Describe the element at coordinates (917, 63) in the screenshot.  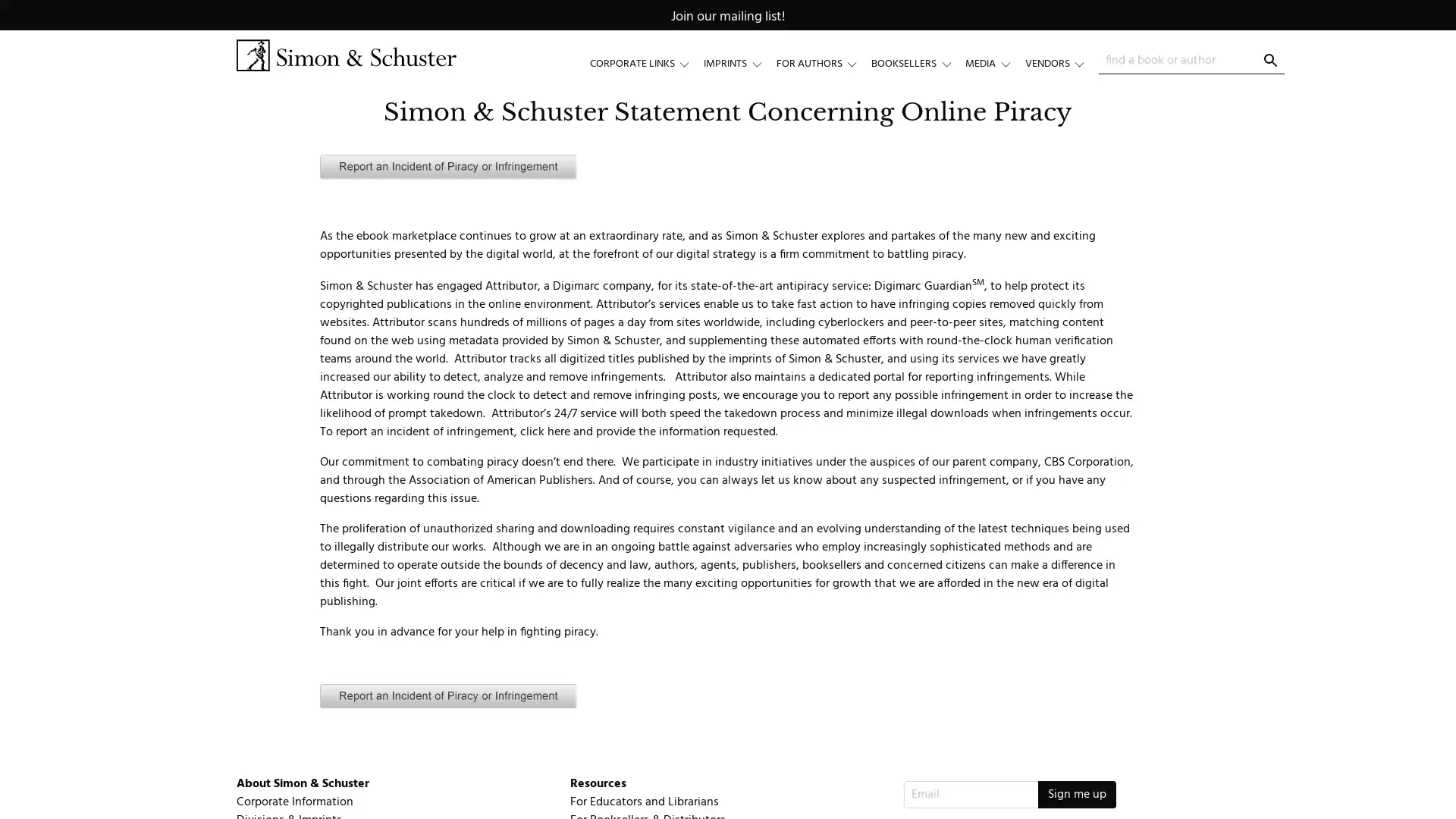
I see `BOOKSELLERS` at that location.